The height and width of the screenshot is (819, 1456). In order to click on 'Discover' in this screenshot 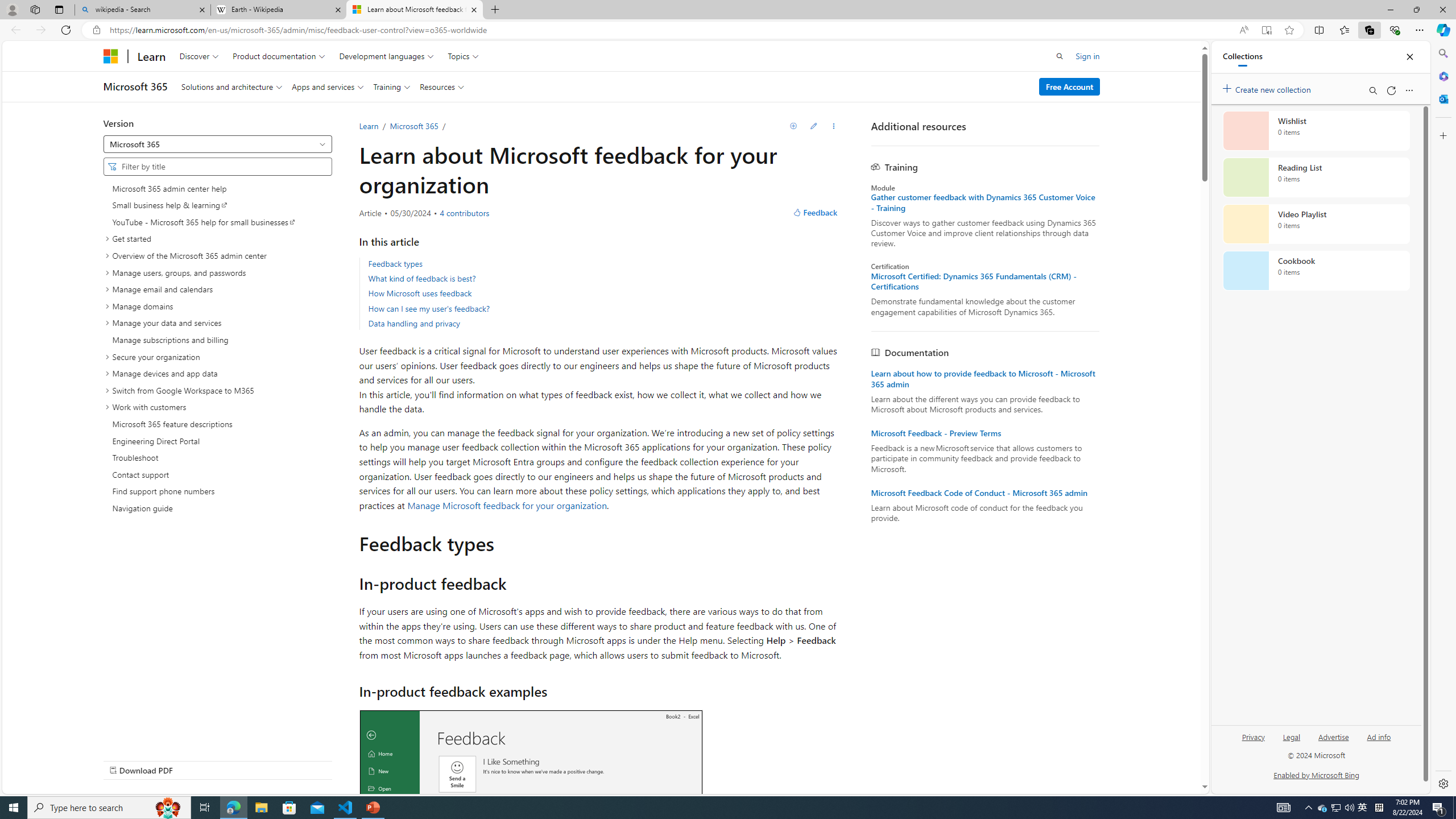, I will do `click(199, 55)`.